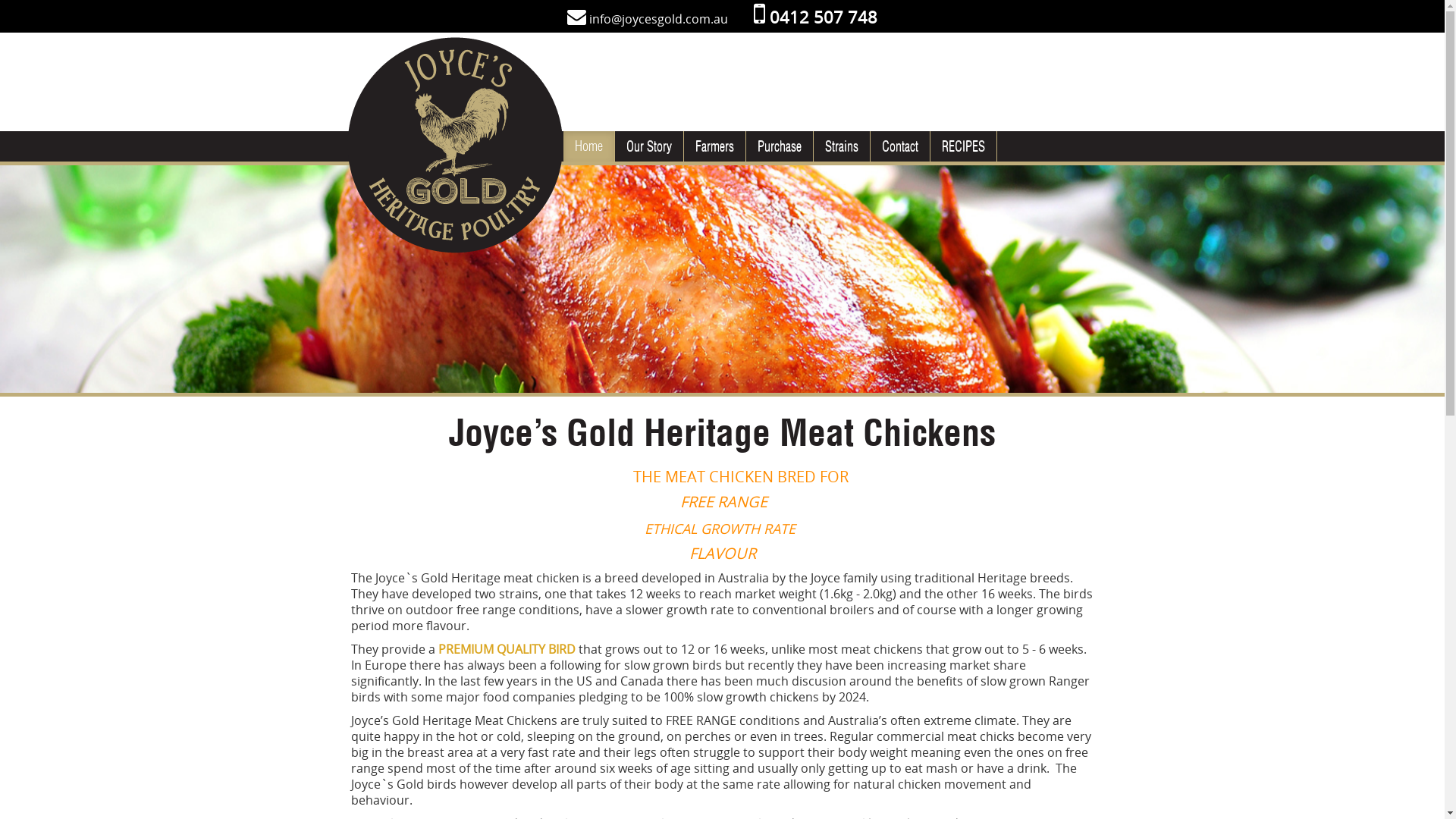 The image size is (1456, 819). Describe the element at coordinates (814, 17) in the screenshot. I see `' 0412 507 748'` at that location.